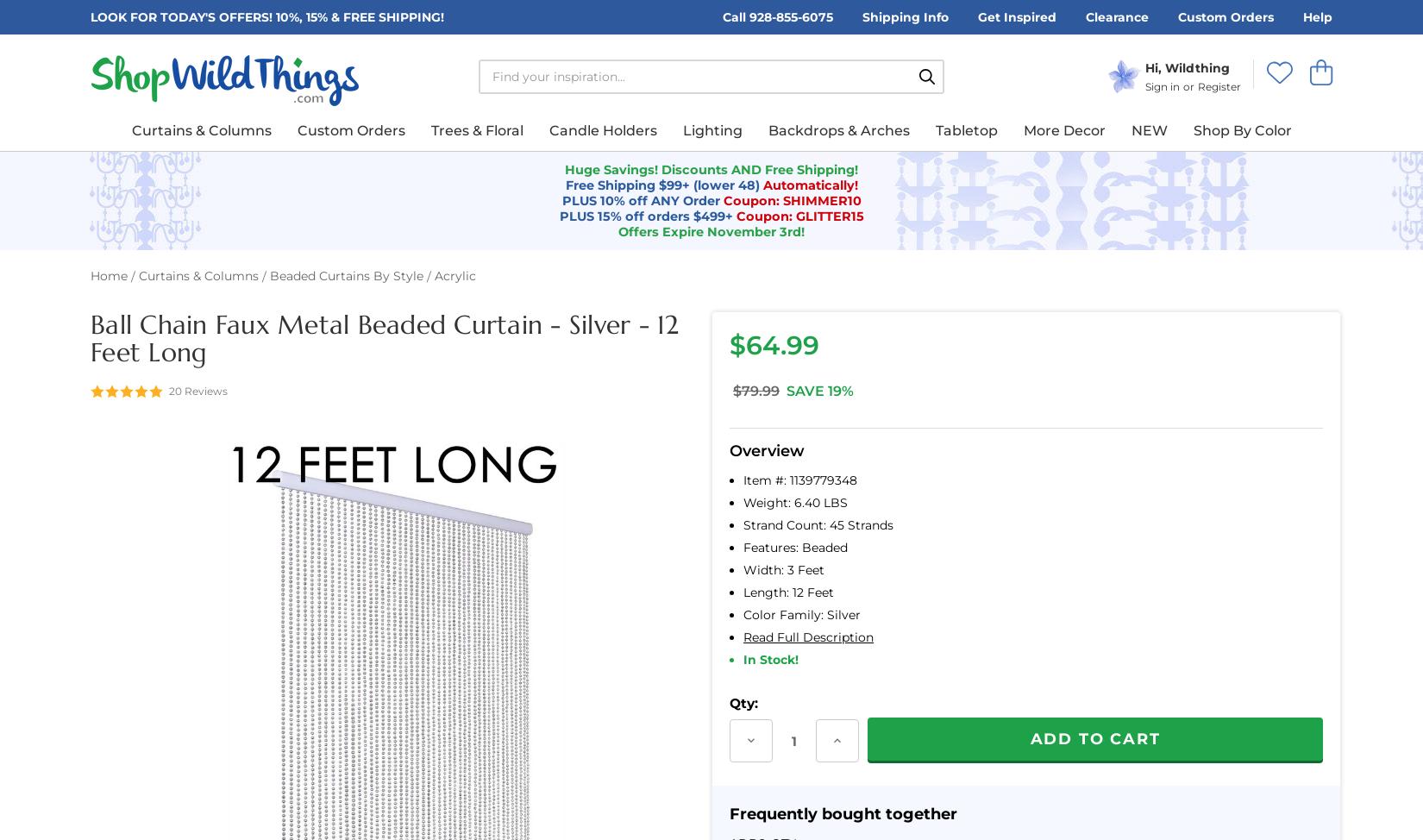 The height and width of the screenshot is (840, 1423). I want to click on 'Frequently bought together', so click(843, 813).